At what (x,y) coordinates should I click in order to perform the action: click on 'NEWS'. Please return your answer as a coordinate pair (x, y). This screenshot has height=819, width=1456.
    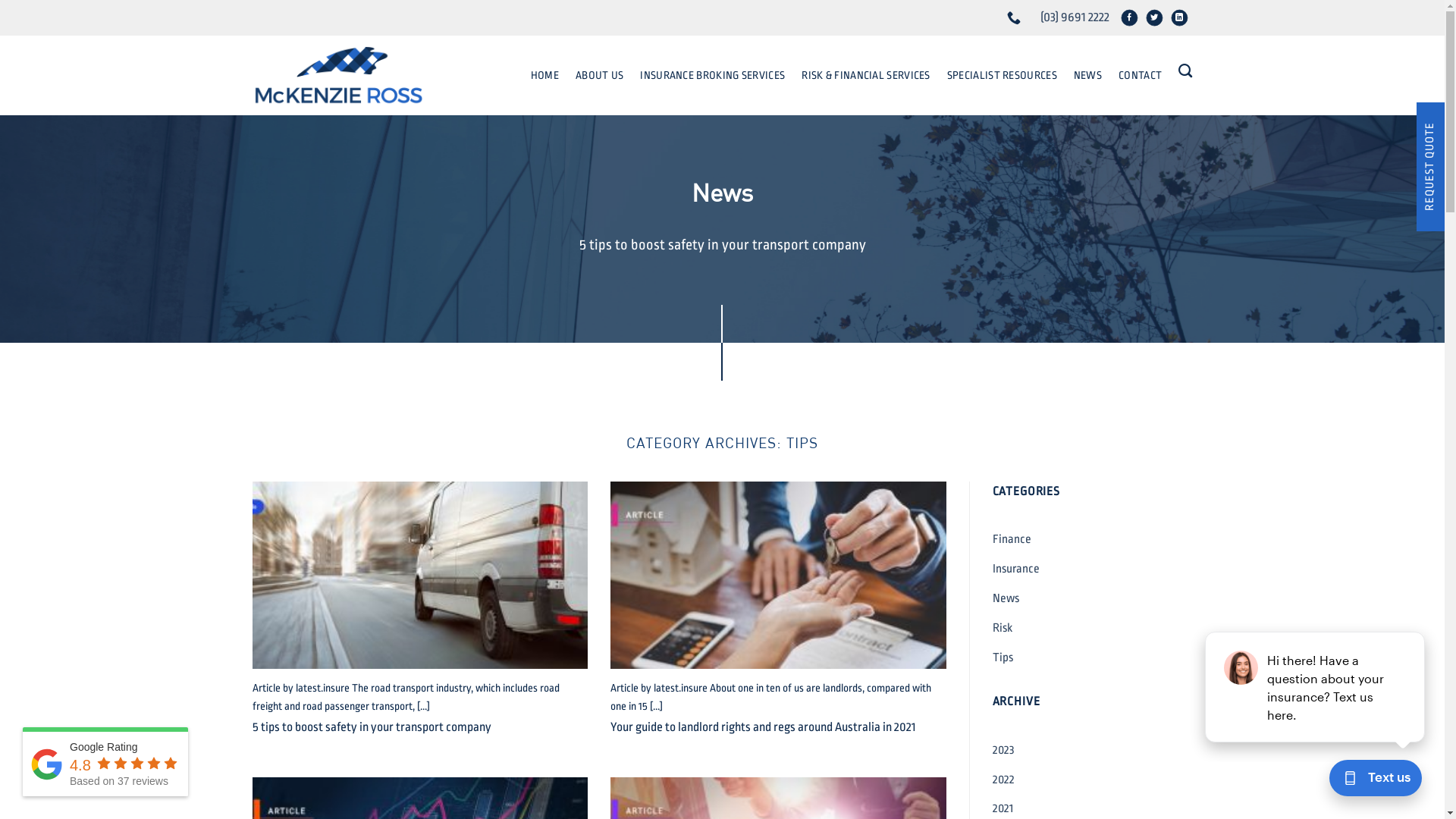
    Looking at the image, I should click on (1087, 75).